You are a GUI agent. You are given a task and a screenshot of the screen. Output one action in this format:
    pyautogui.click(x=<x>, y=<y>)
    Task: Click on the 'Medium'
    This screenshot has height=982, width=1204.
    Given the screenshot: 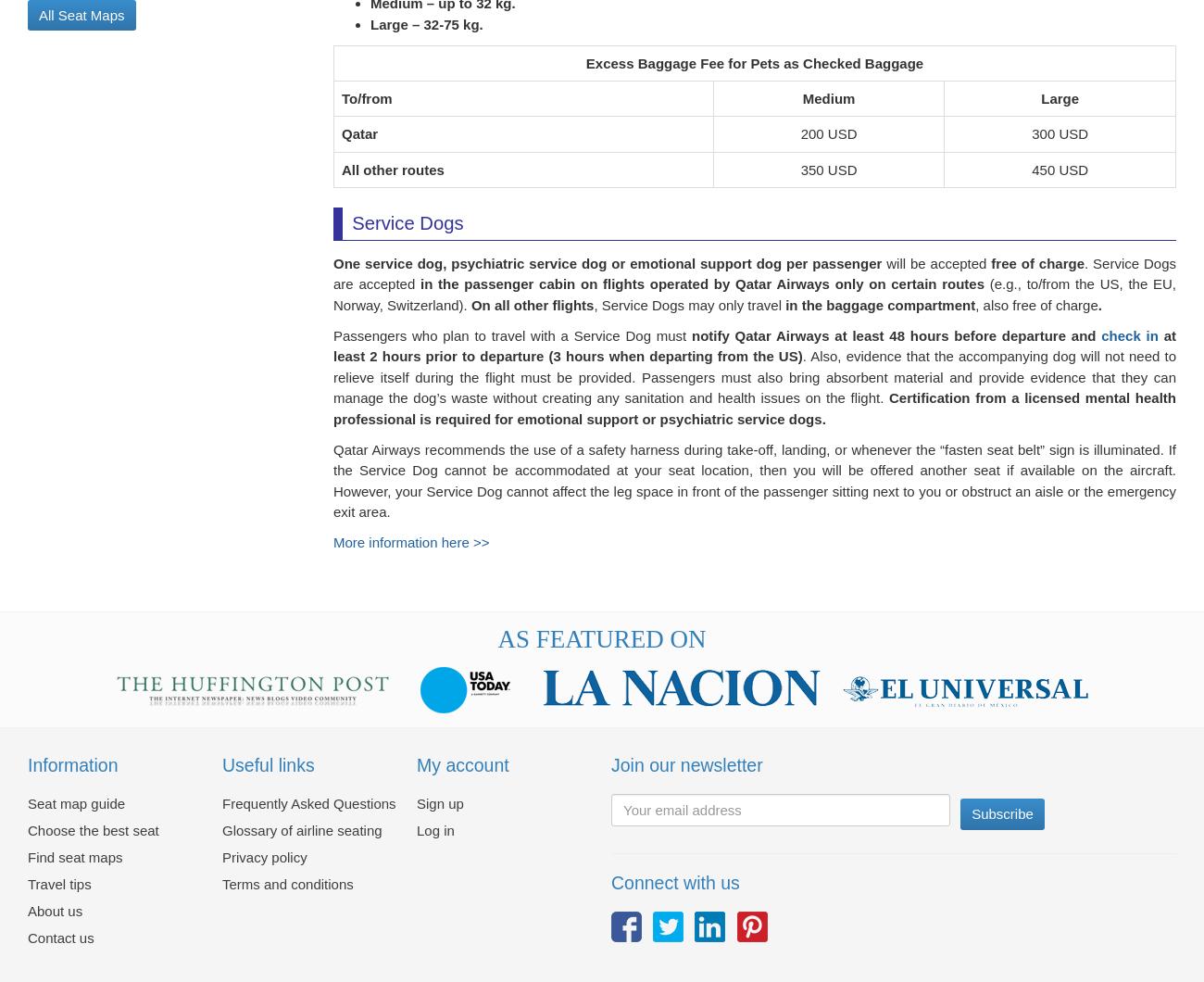 What is the action you would take?
    pyautogui.click(x=827, y=109)
    